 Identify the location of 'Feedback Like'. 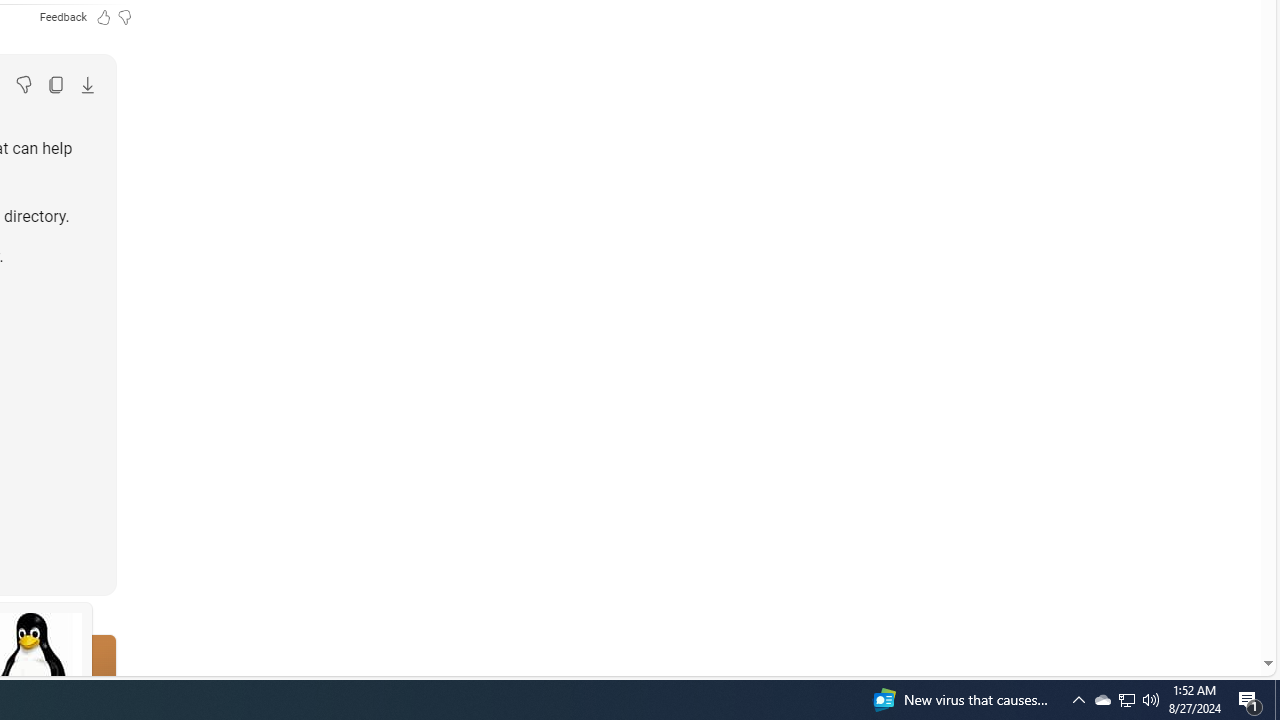
(102, 16).